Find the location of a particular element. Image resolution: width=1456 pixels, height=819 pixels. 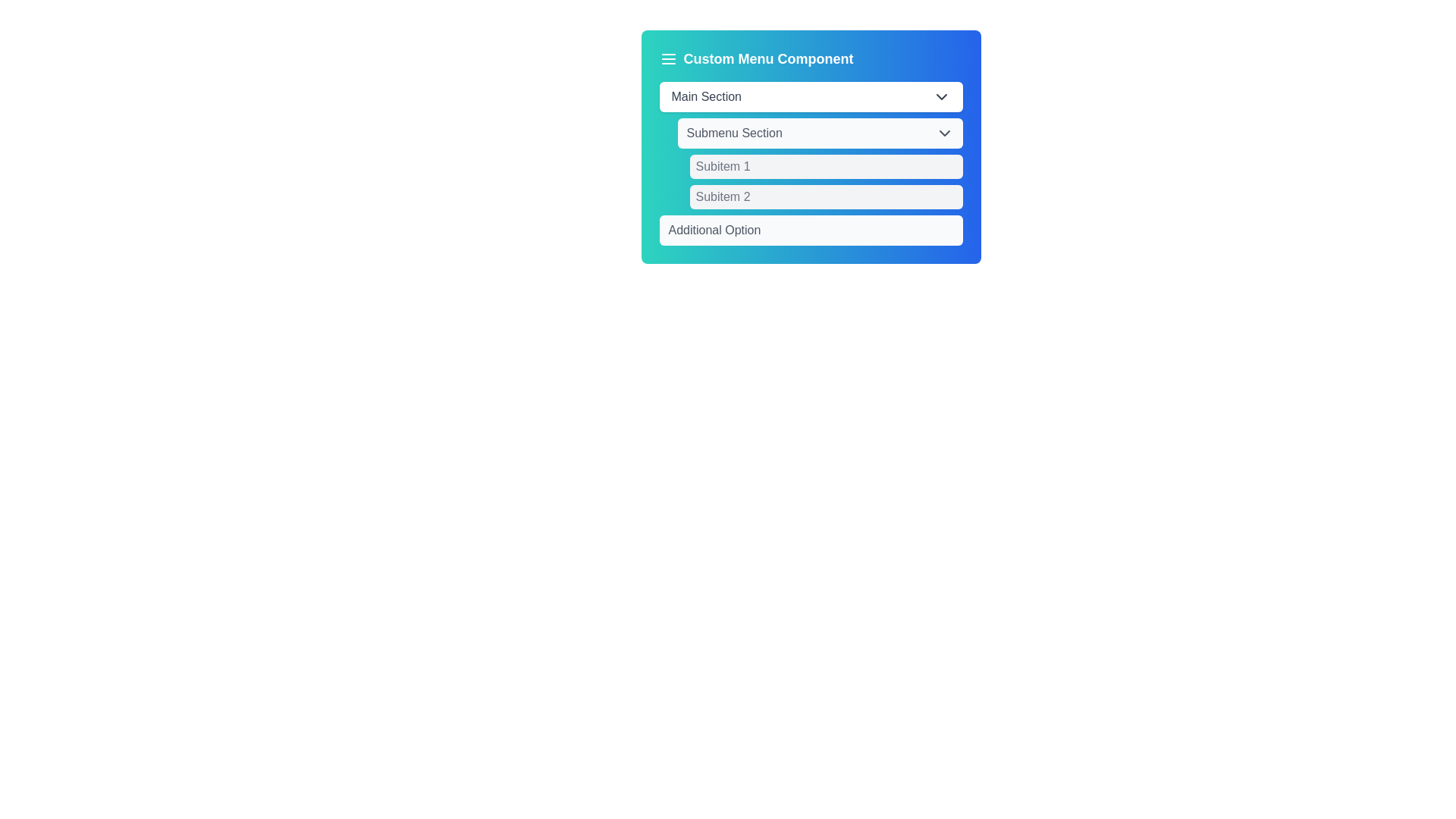

the second submenu item labeled 'Subitem 2' is located at coordinates (825, 196).